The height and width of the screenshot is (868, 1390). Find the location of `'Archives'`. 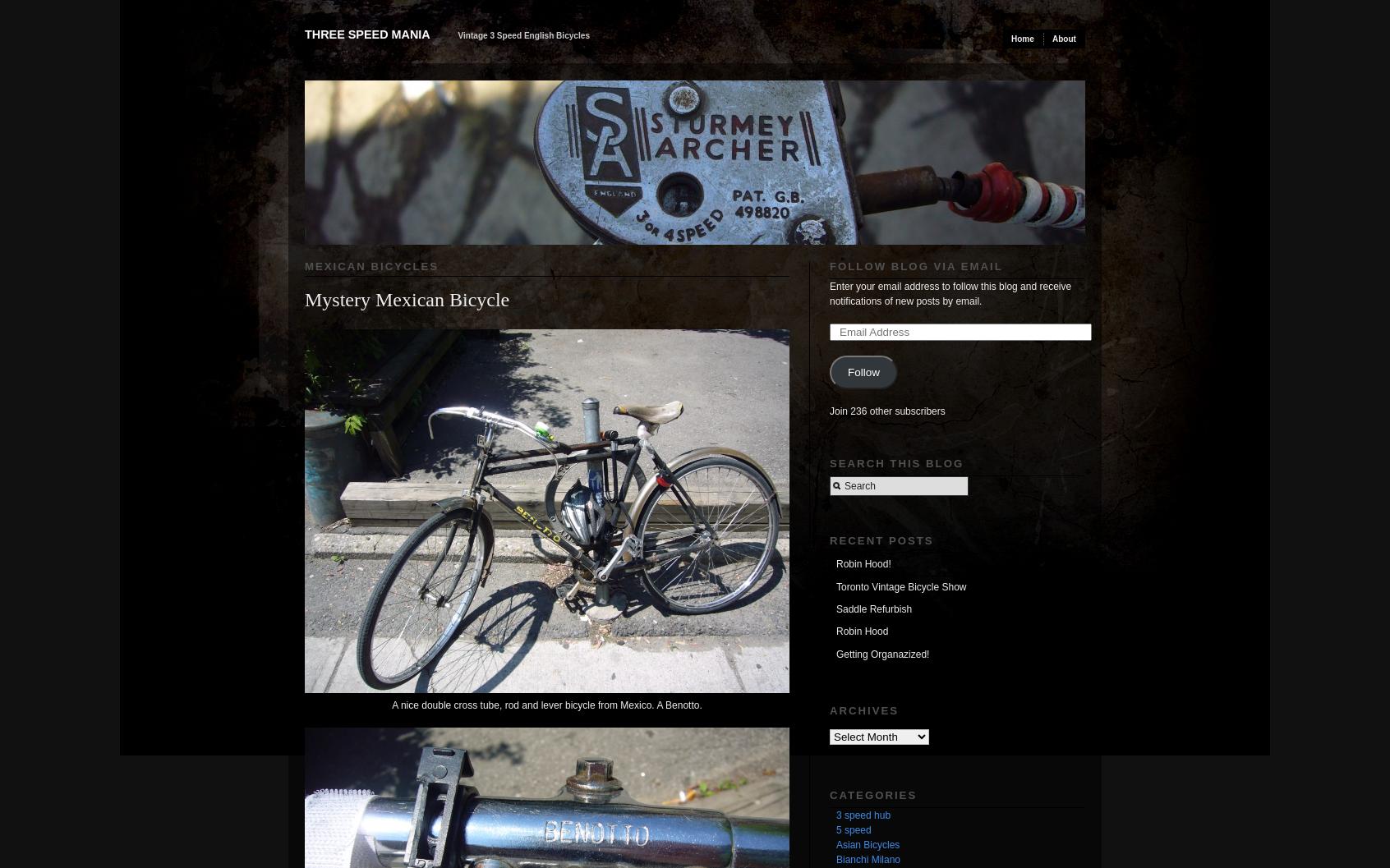

'Archives' is located at coordinates (828, 710).